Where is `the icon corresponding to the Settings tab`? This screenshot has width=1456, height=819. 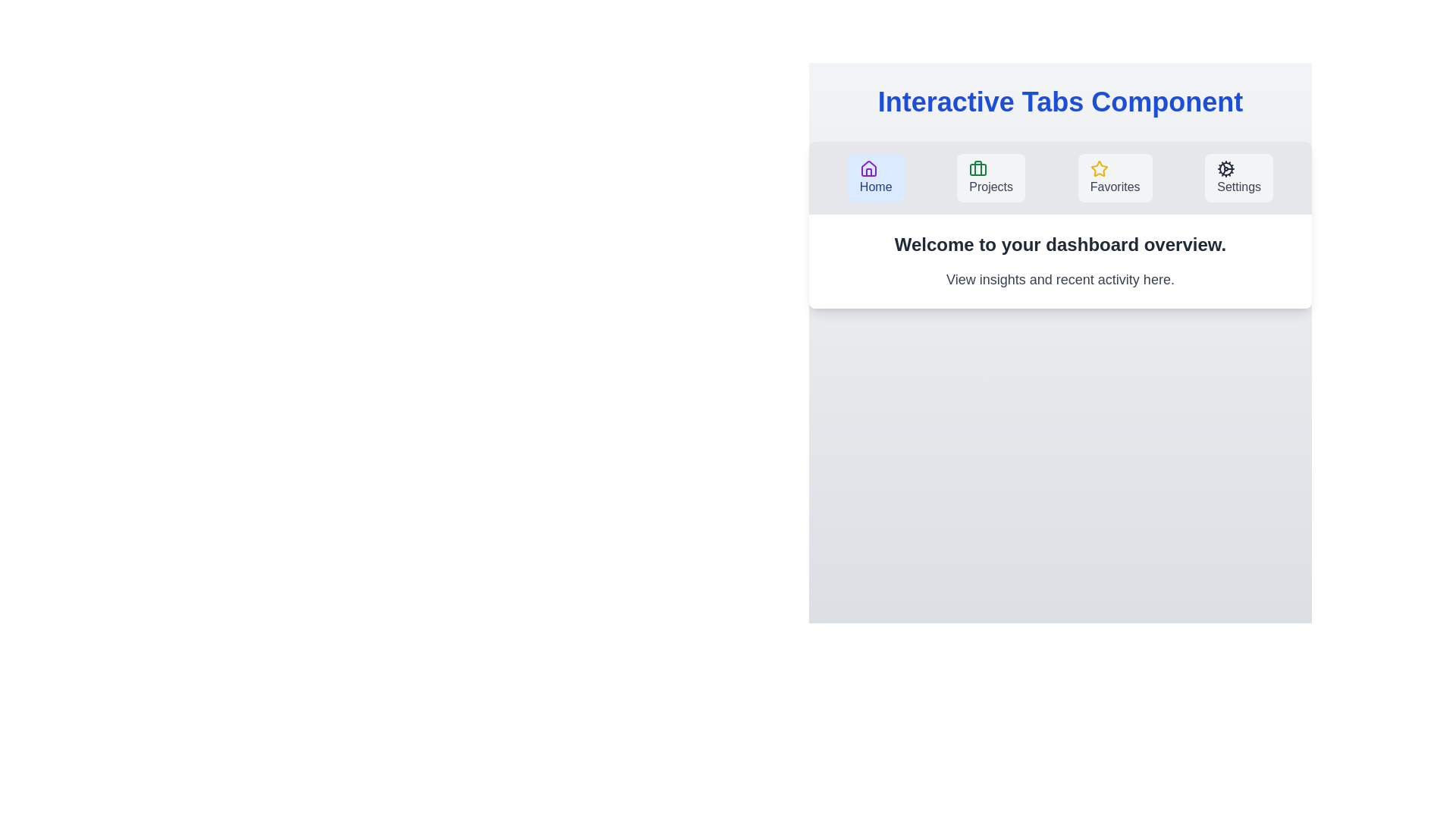 the icon corresponding to the Settings tab is located at coordinates (1226, 169).